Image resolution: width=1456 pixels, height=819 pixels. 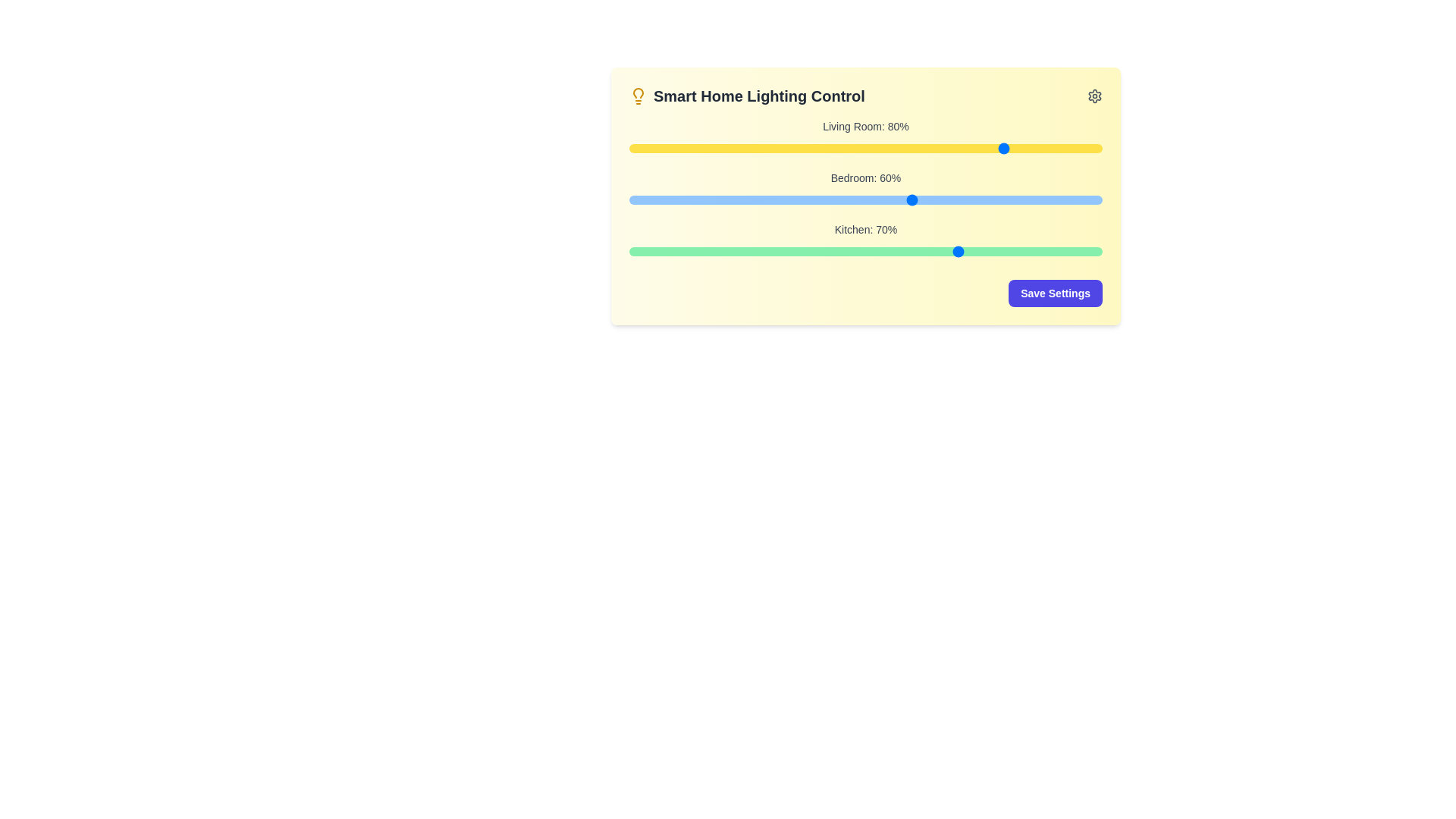 I want to click on the living room light intensity, so click(x=1054, y=149).